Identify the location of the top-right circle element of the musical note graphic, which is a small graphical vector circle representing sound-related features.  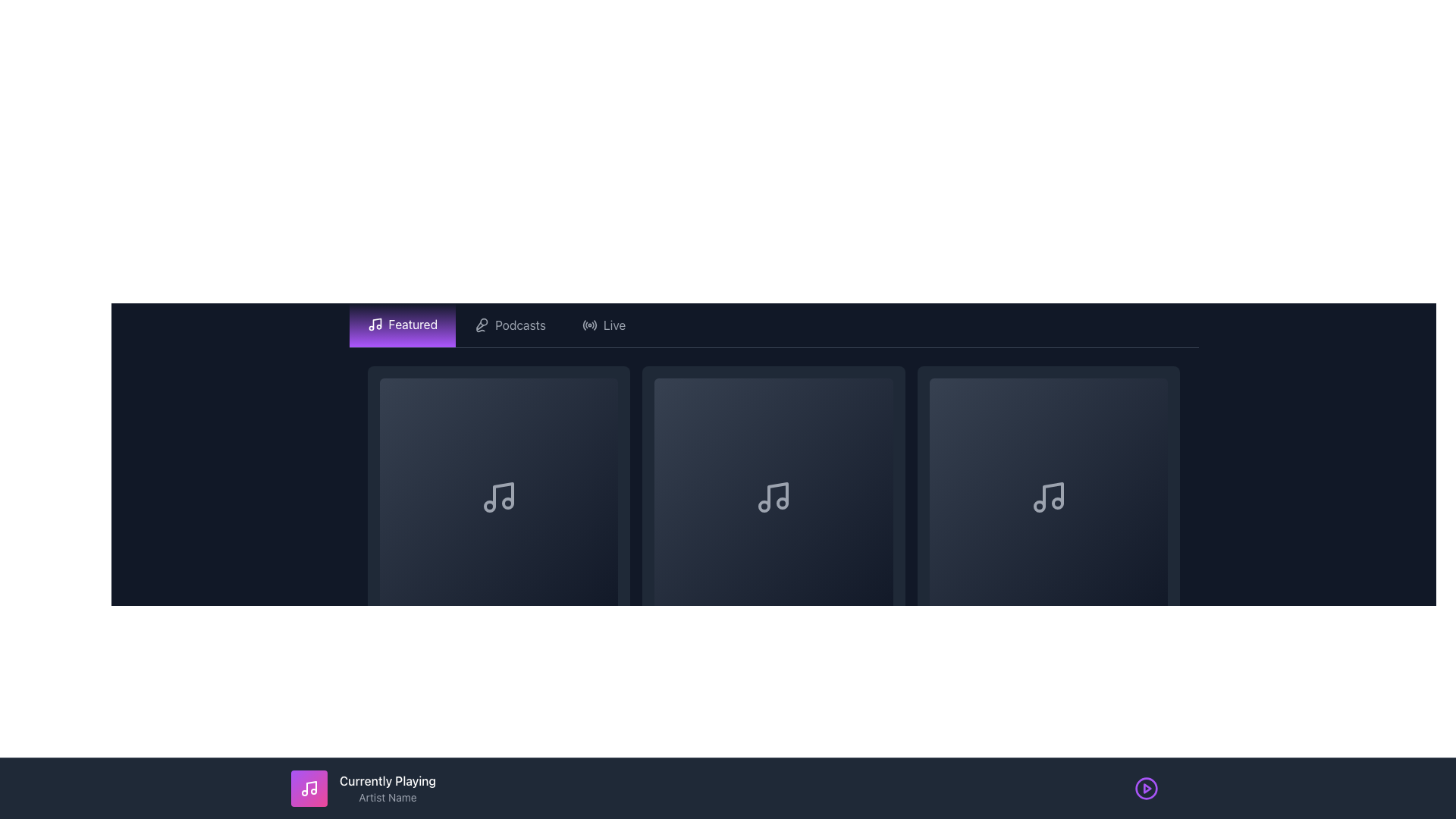
(1057, 504).